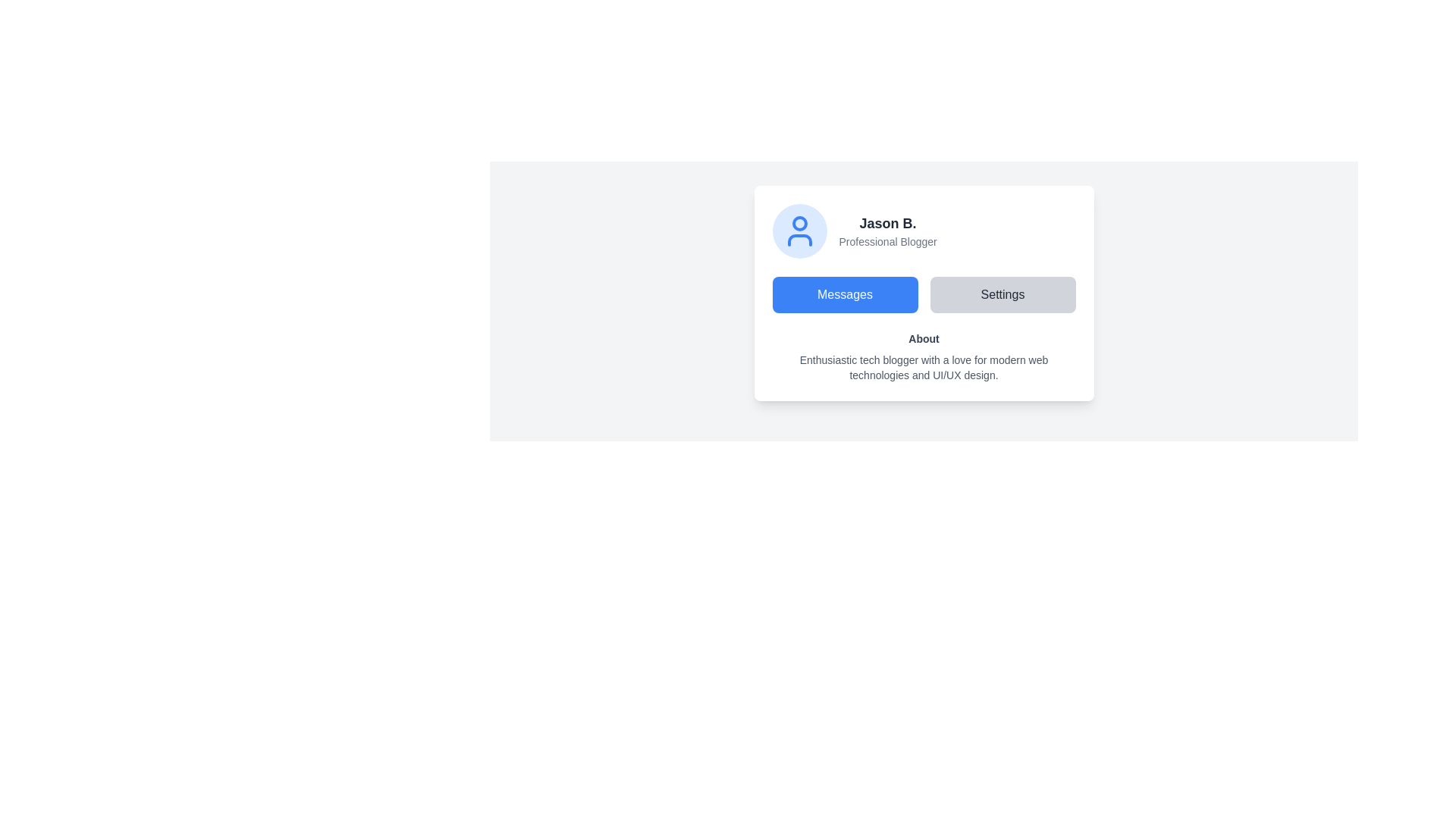 Image resolution: width=1456 pixels, height=819 pixels. I want to click on the text label displaying 'Jason B.' in bold font, located in the profile summary section of a centered card, so click(888, 223).